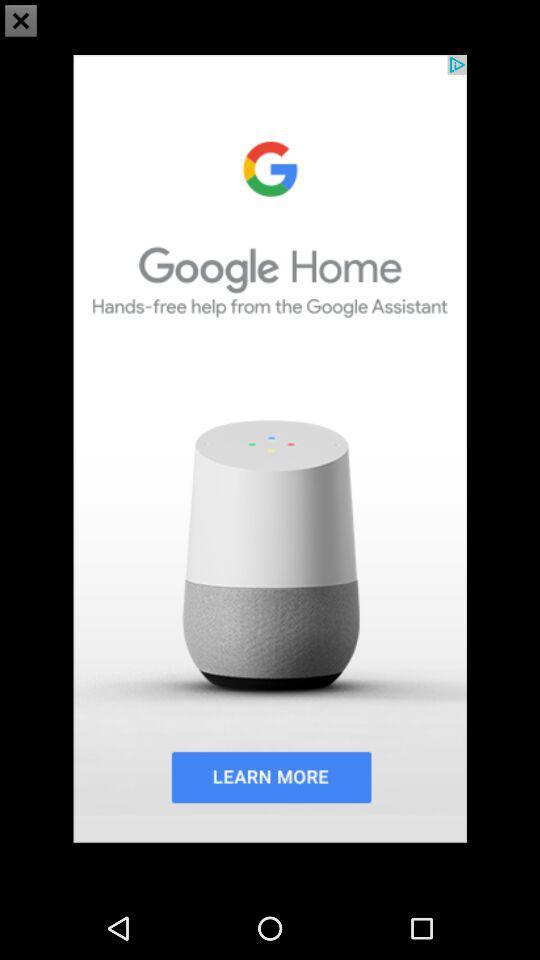 This screenshot has height=960, width=540. Describe the element at coordinates (20, 21) in the screenshot. I see `the close icon` at that location.